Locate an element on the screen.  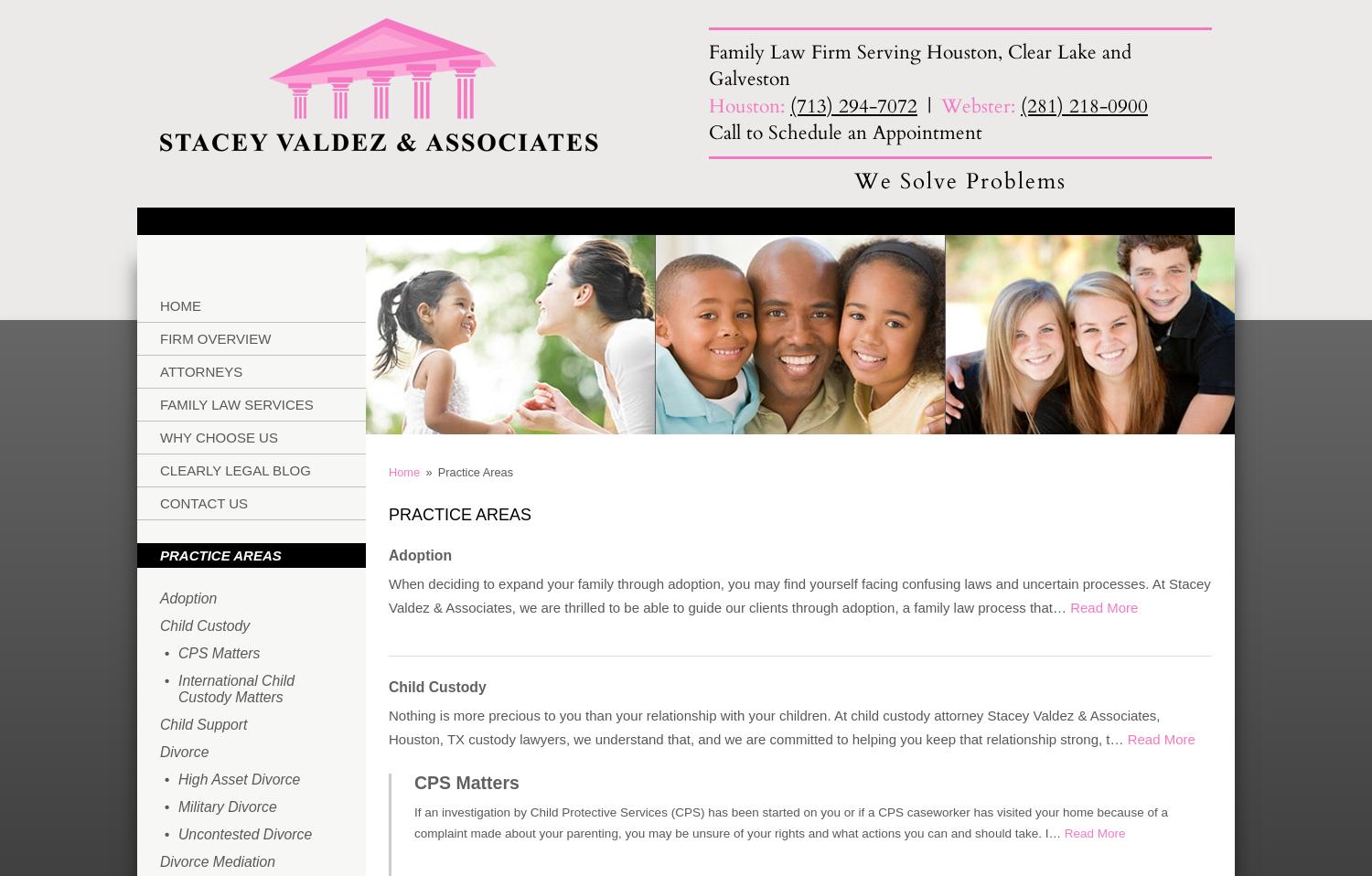
'Child Support' is located at coordinates (202, 724).